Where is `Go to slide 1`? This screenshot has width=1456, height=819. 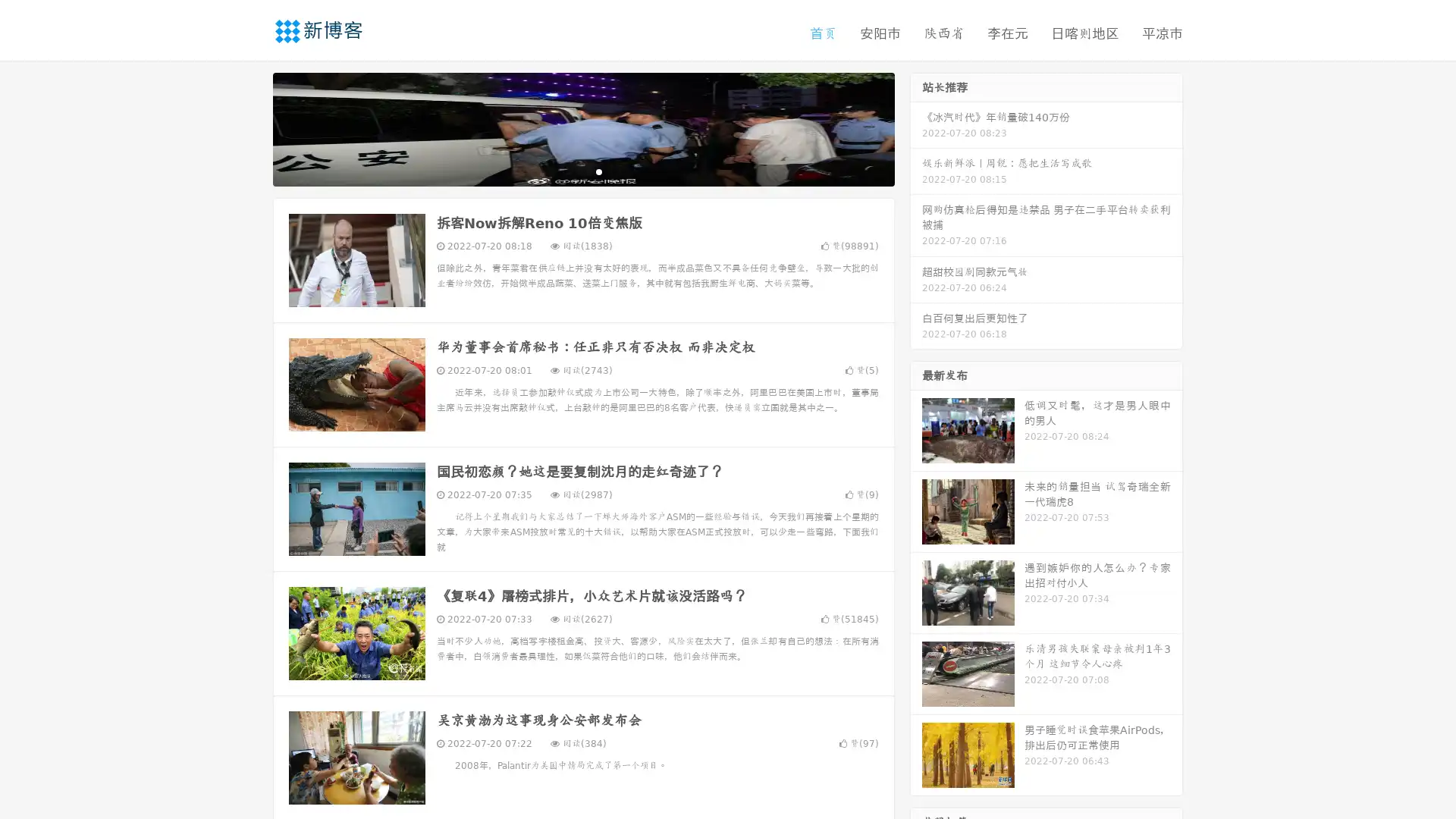
Go to slide 1 is located at coordinates (567, 171).